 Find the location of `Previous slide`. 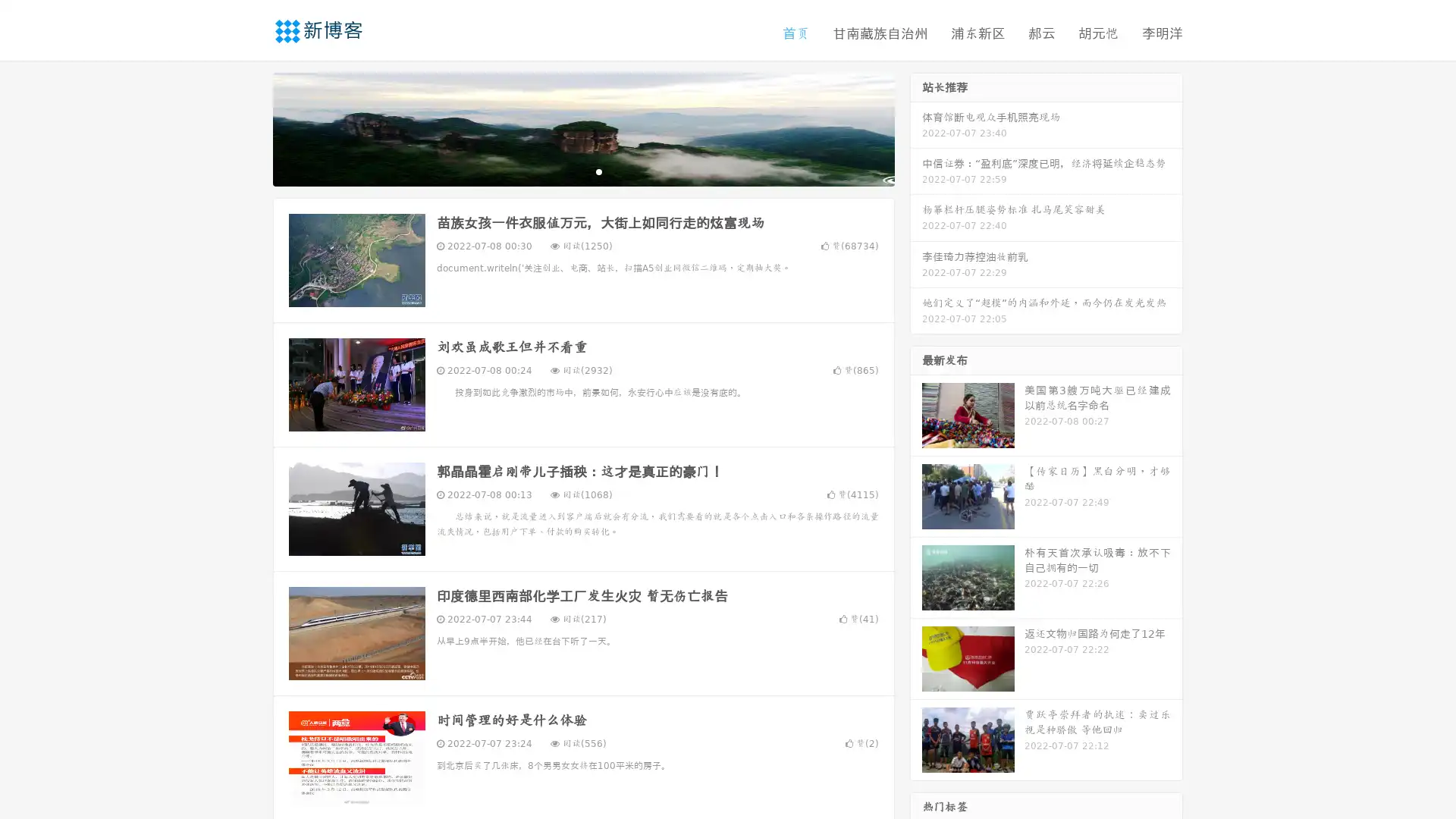

Previous slide is located at coordinates (250, 127).